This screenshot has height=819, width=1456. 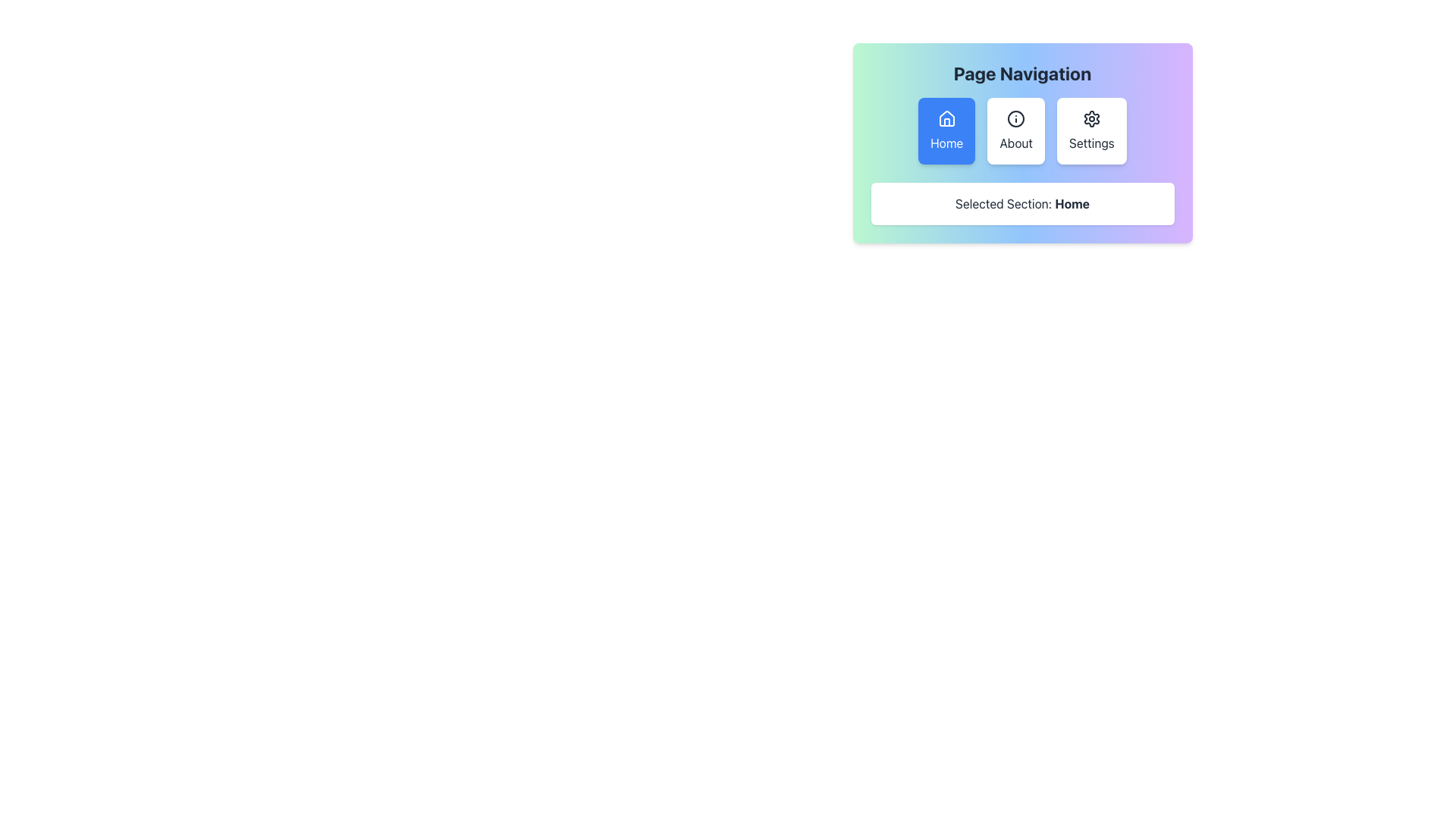 I want to click on the home icon, so click(x=946, y=118).